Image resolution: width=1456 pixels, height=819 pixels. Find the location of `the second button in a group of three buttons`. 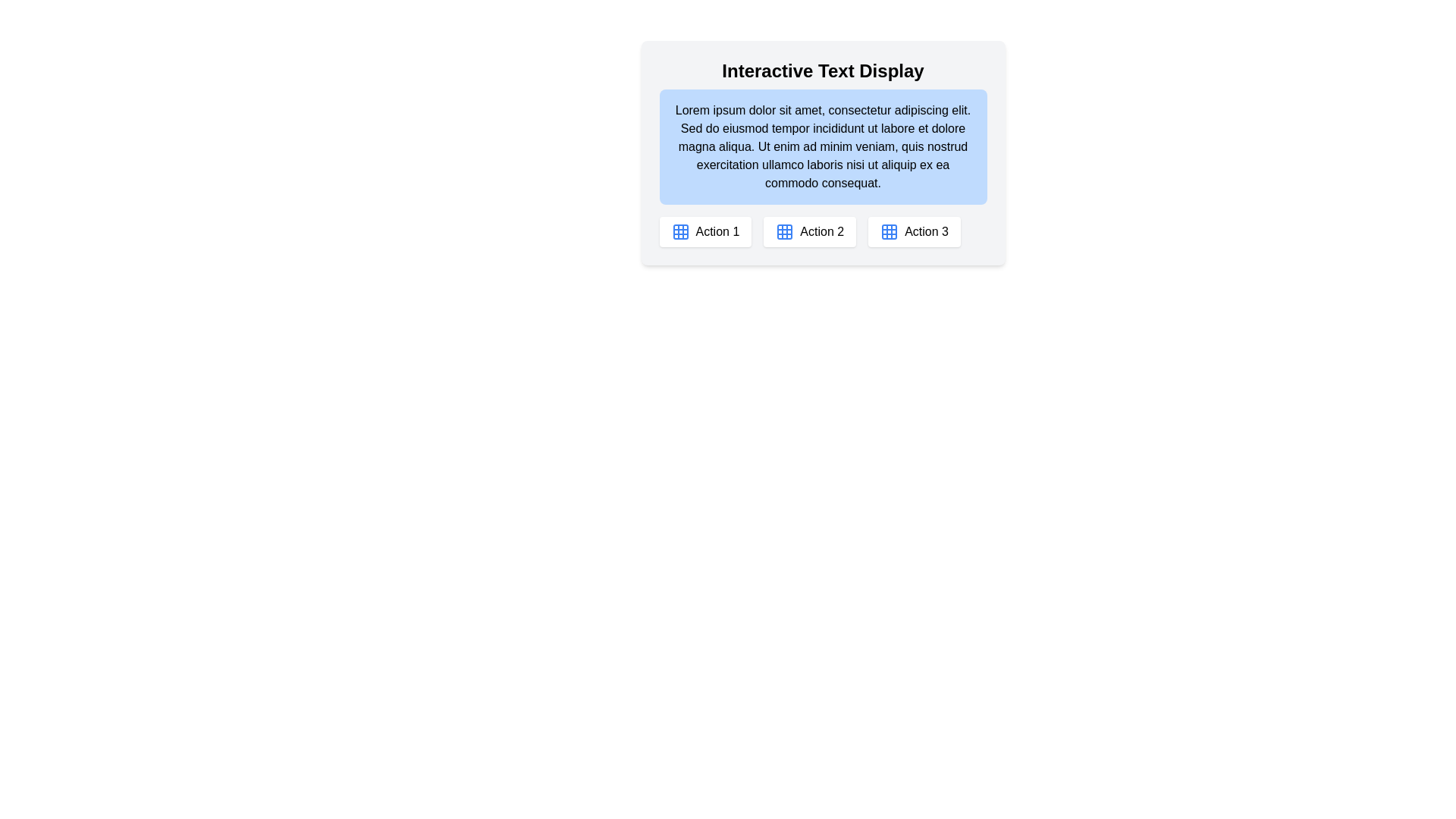

the second button in a group of three buttons is located at coordinates (809, 231).